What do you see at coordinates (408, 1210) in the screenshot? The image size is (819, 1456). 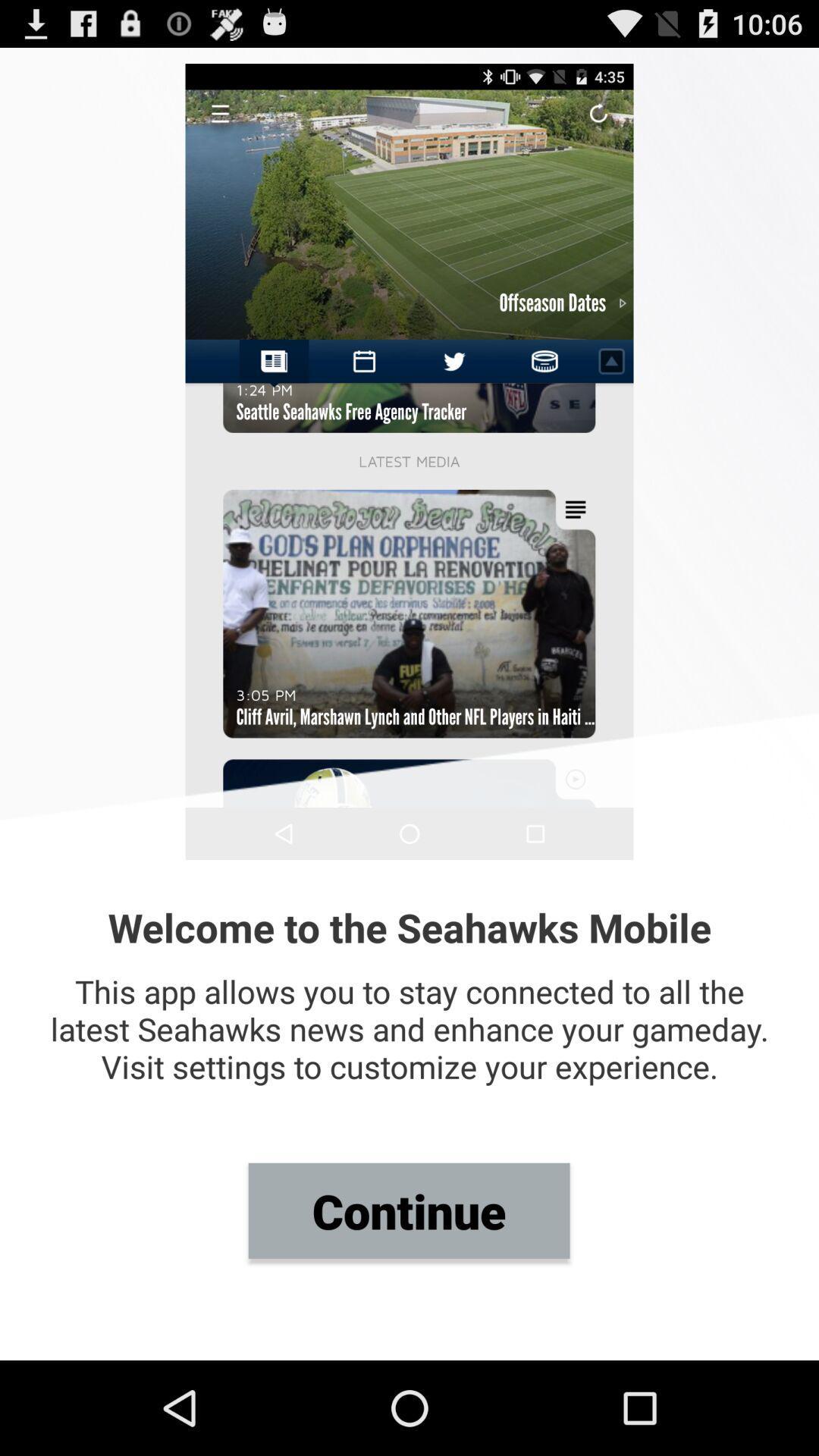 I see `the continue item` at bounding box center [408, 1210].